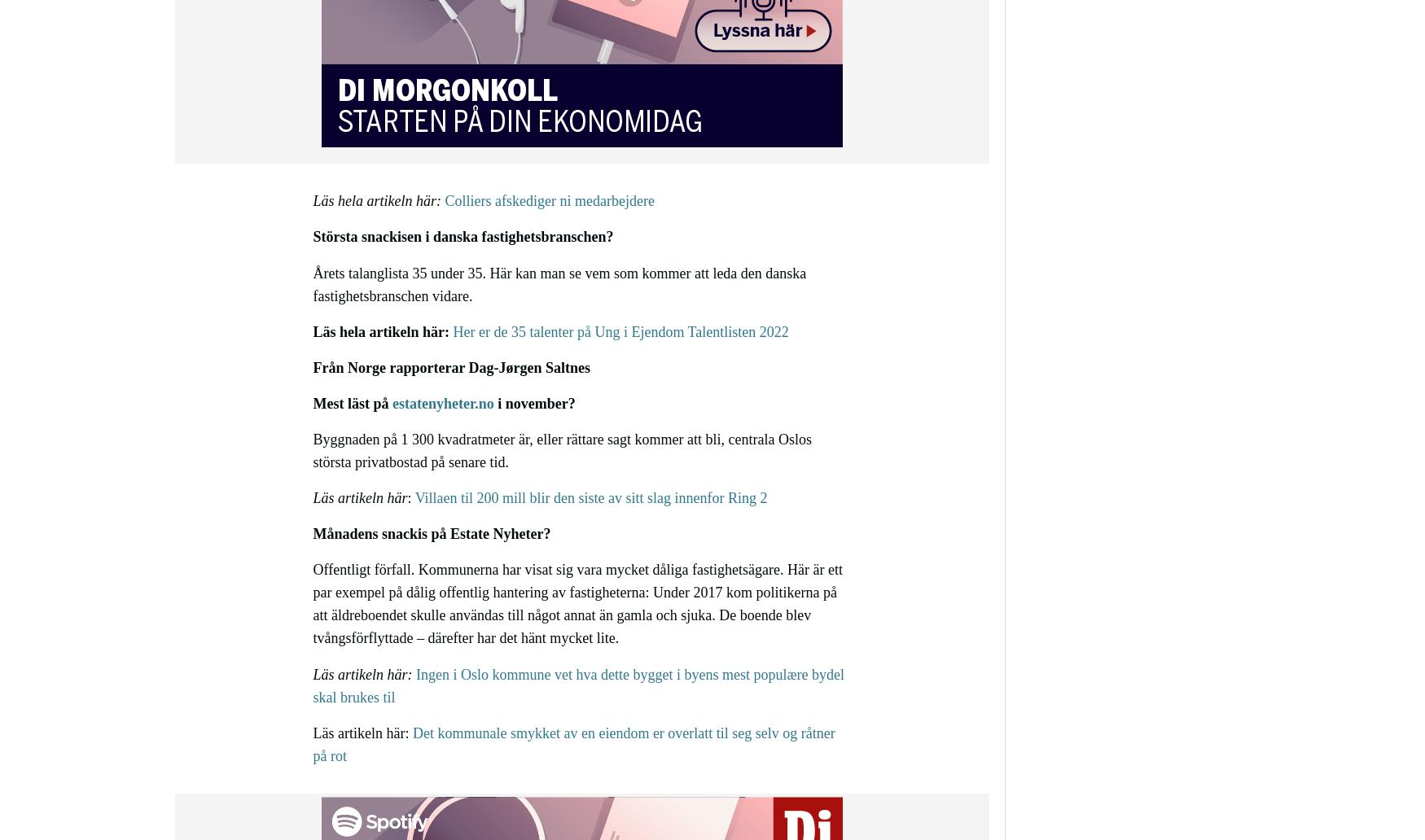  I want to click on 'Läs artikeln här', so click(360, 497).